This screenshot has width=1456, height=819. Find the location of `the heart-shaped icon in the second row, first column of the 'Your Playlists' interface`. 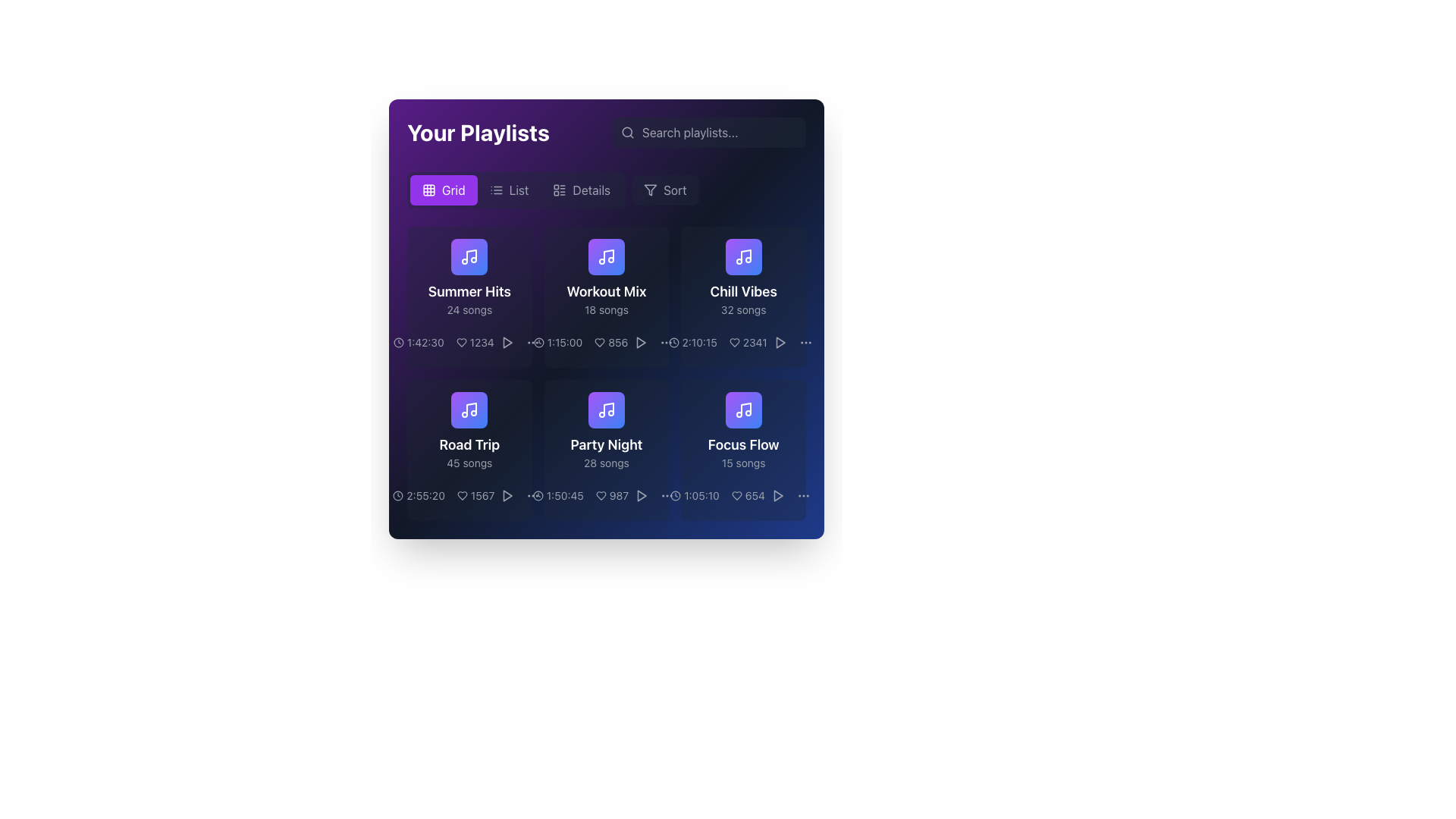

the heart-shaped icon in the second row, first column of the 'Your Playlists' interface is located at coordinates (461, 496).